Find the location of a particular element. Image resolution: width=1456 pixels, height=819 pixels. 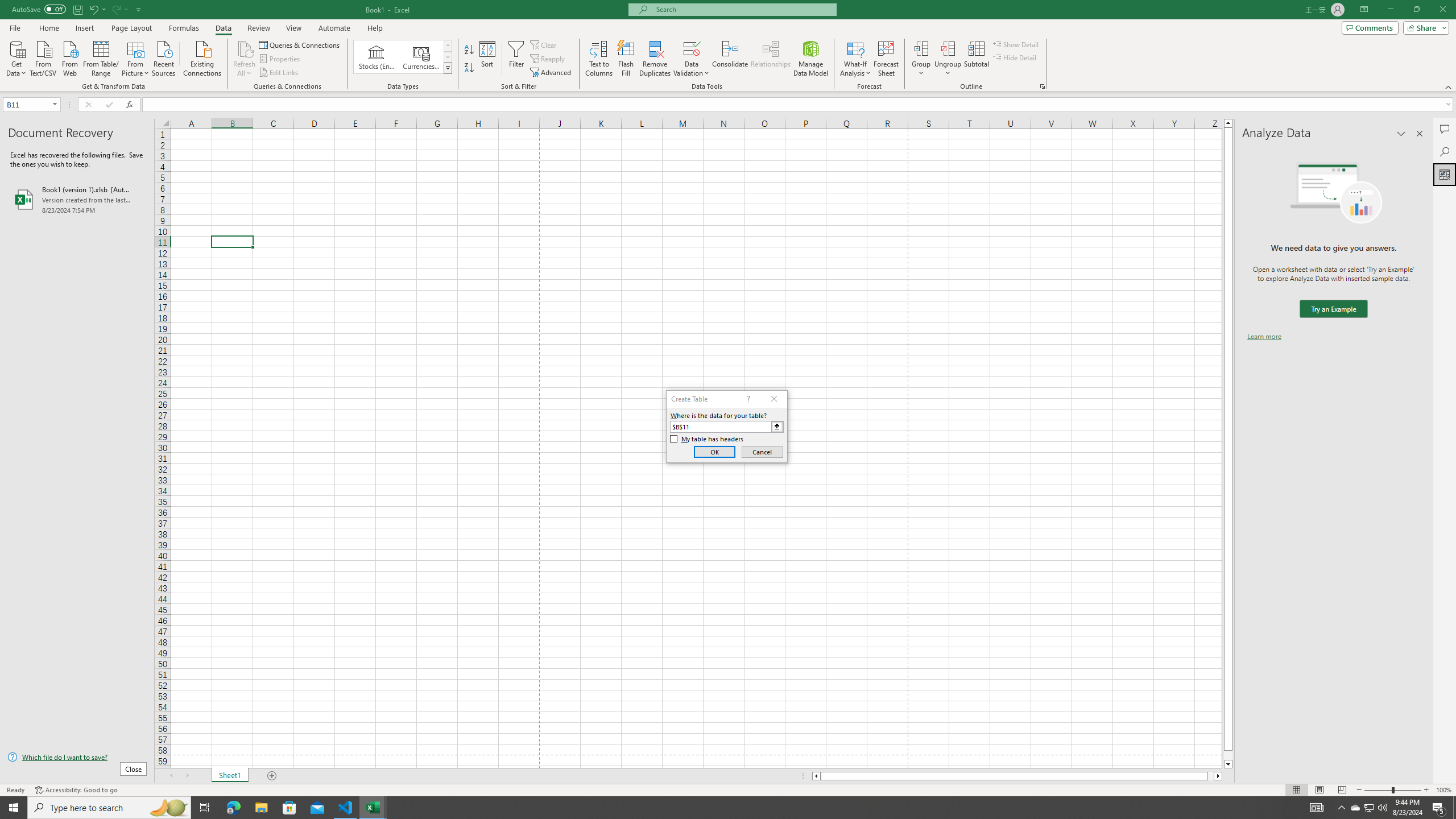

'Consolidate...' is located at coordinates (730, 59).